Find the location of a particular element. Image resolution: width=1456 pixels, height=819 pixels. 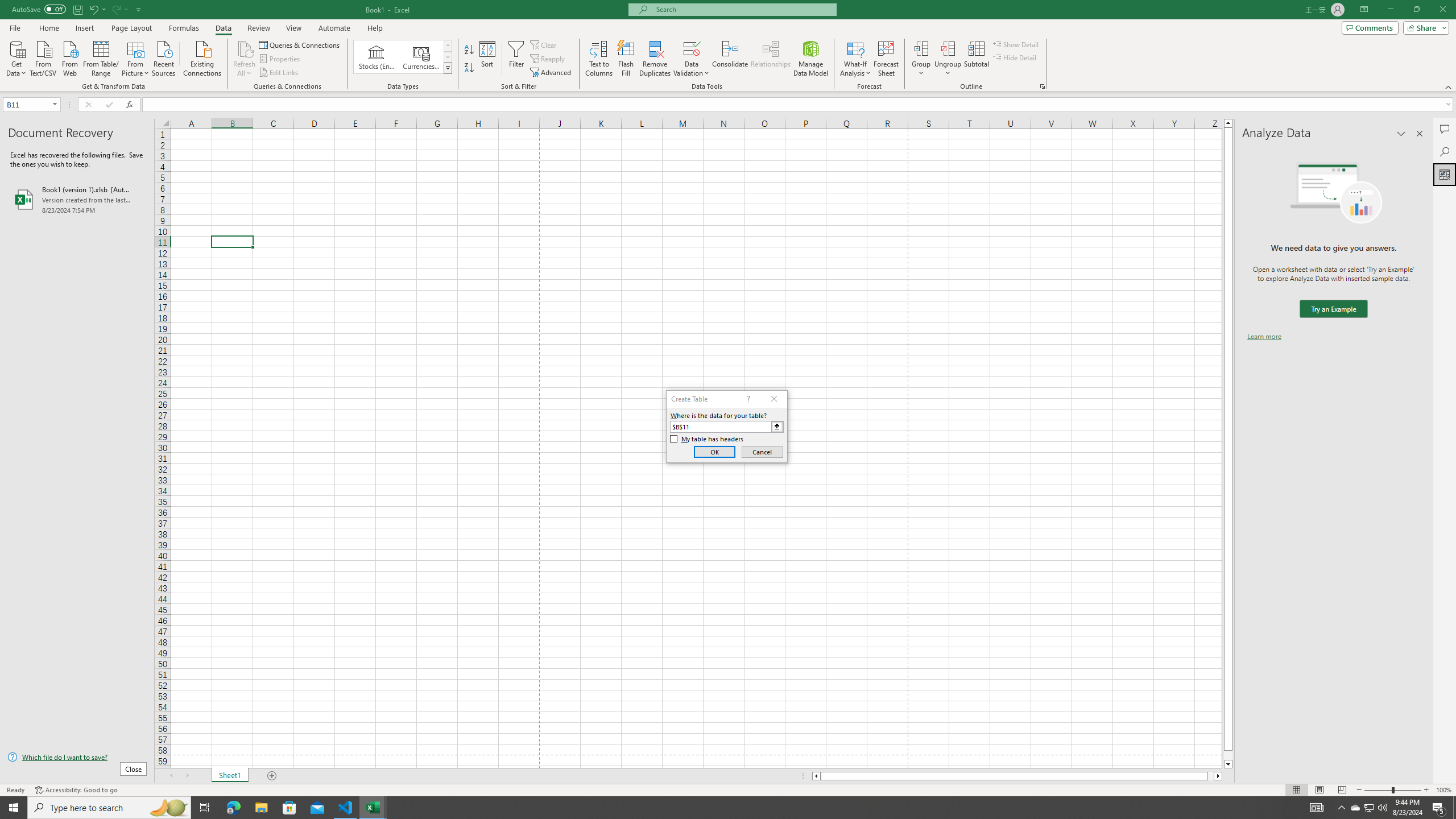

'Consolidate...' is located at coordinates (730, 59).